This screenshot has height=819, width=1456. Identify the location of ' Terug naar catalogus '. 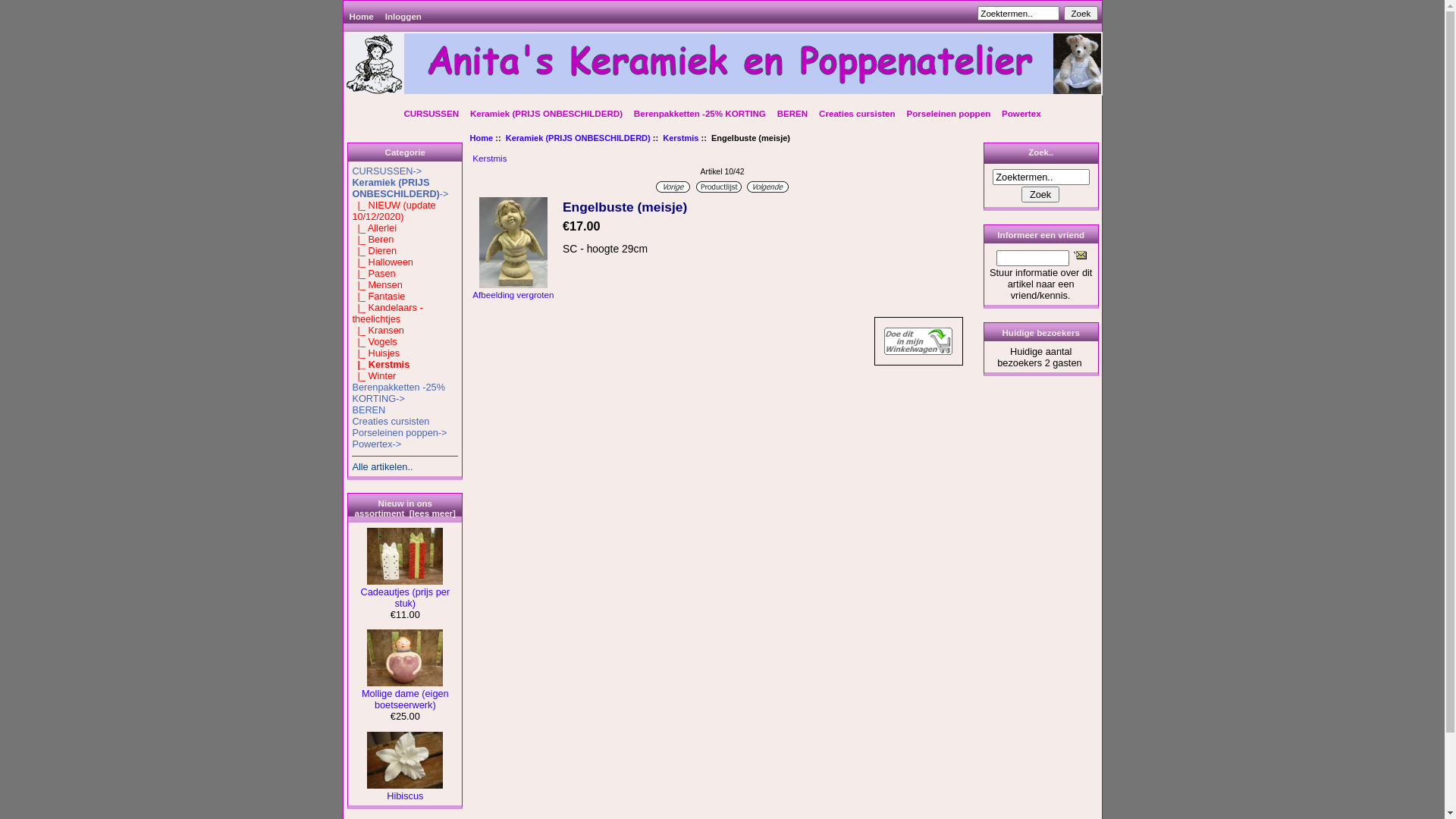
(718, 186).